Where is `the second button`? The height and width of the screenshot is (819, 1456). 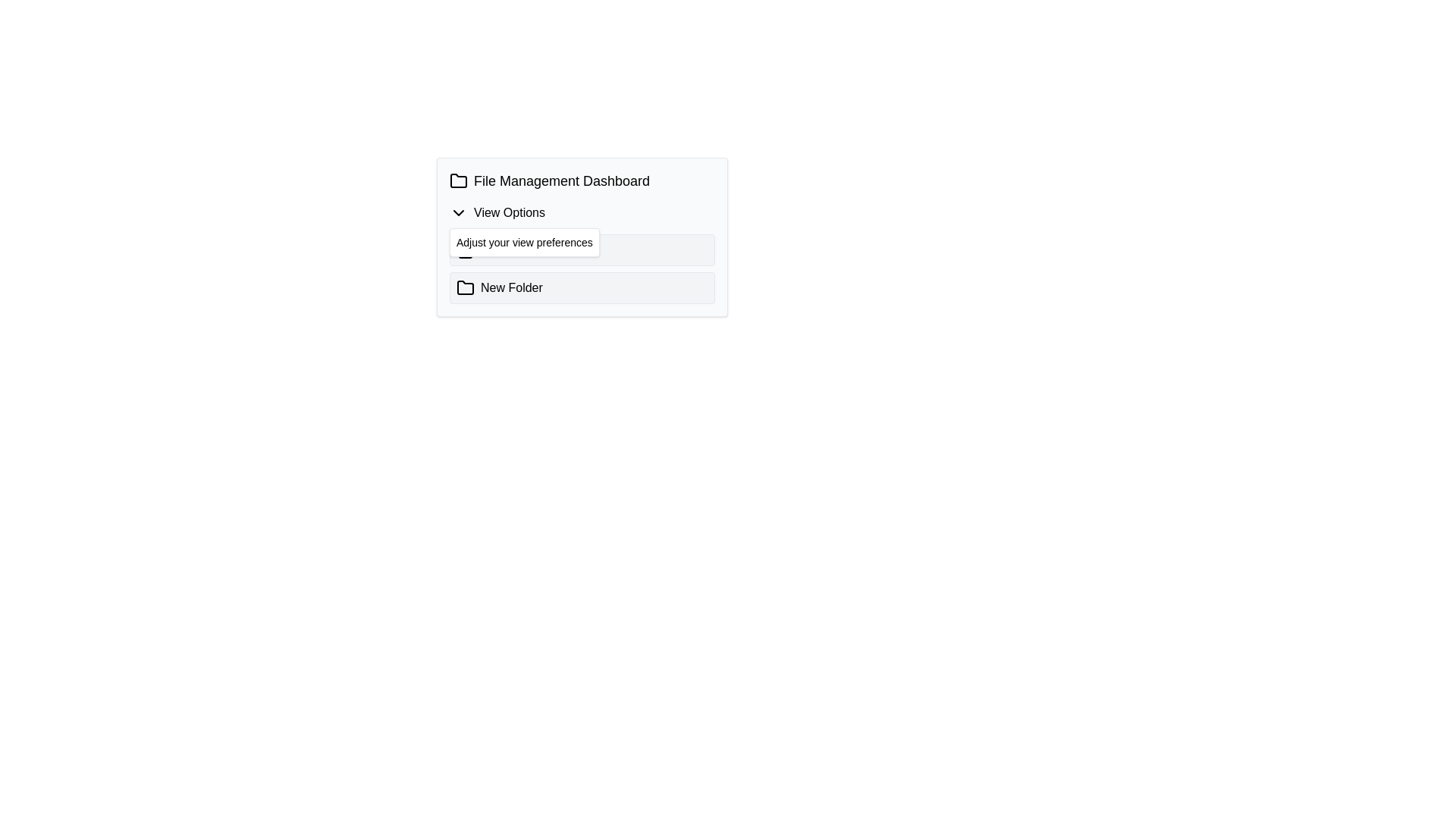 the second button is located at coordinates (582, 288).